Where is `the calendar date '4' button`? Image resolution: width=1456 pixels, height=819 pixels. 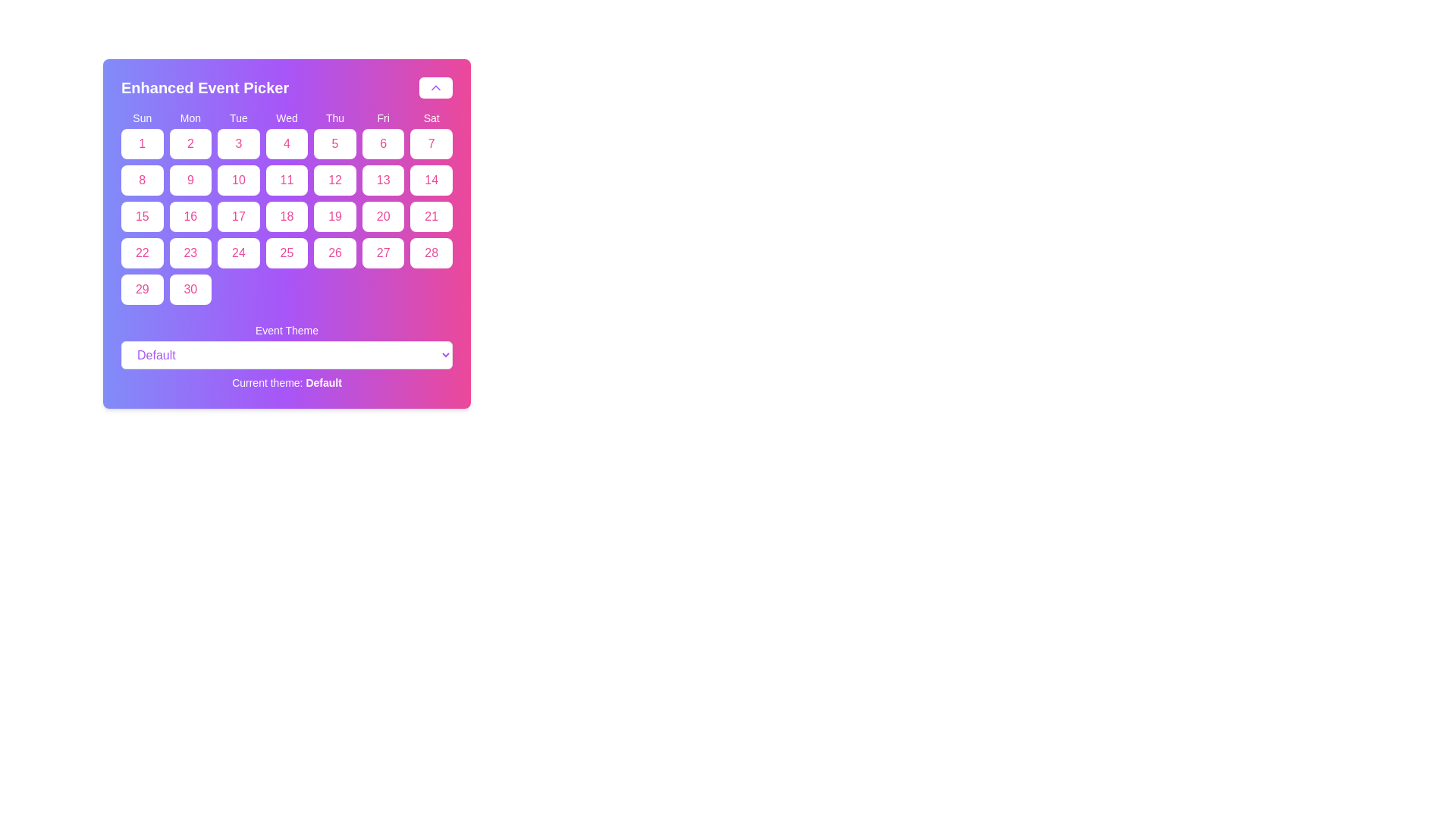 the calendar date '4' button is located at coordinates (287, 143).